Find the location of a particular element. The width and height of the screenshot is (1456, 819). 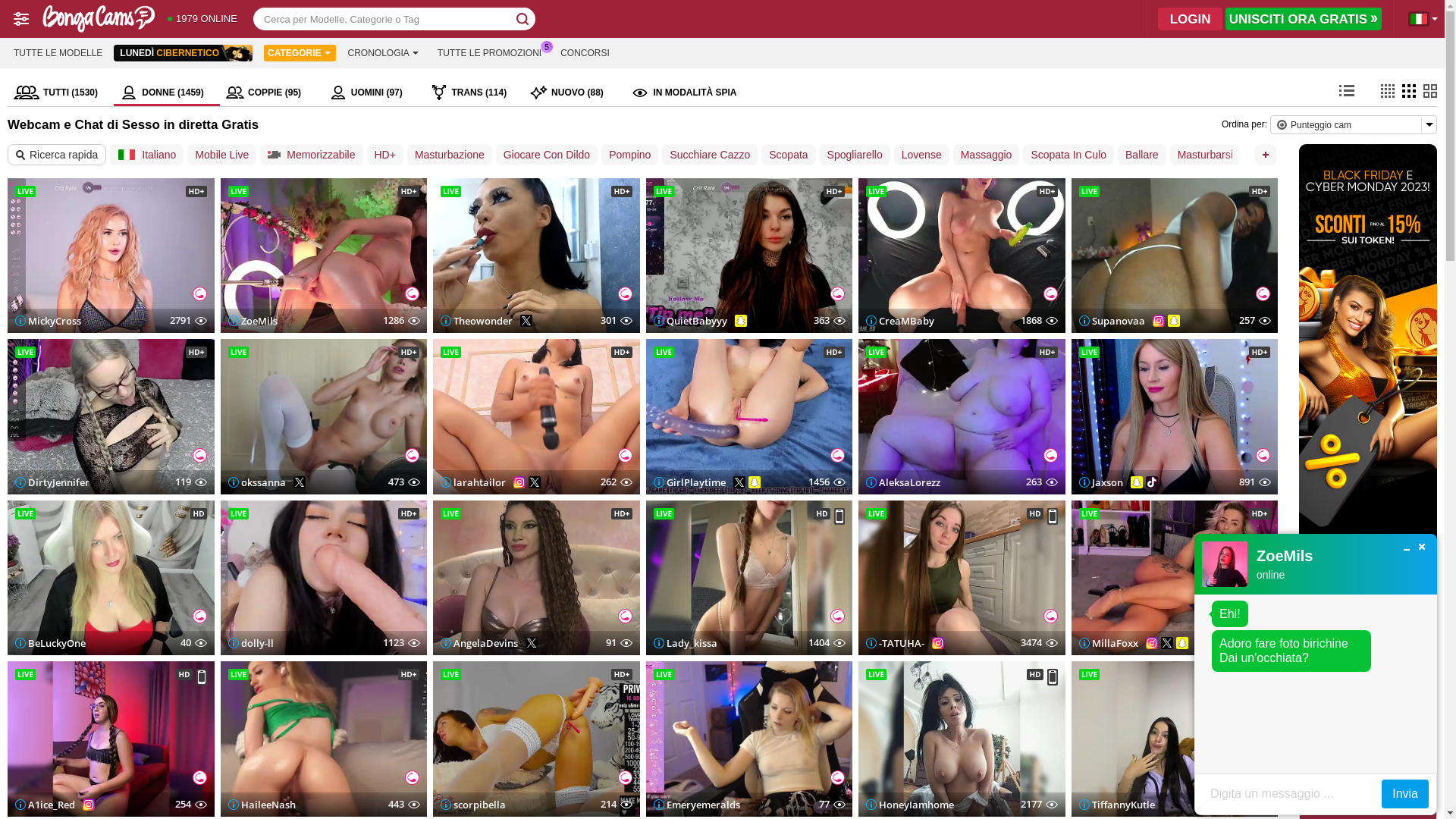

'TUTTE LE PROMOZIONI' is located at coordinates (489, 52).